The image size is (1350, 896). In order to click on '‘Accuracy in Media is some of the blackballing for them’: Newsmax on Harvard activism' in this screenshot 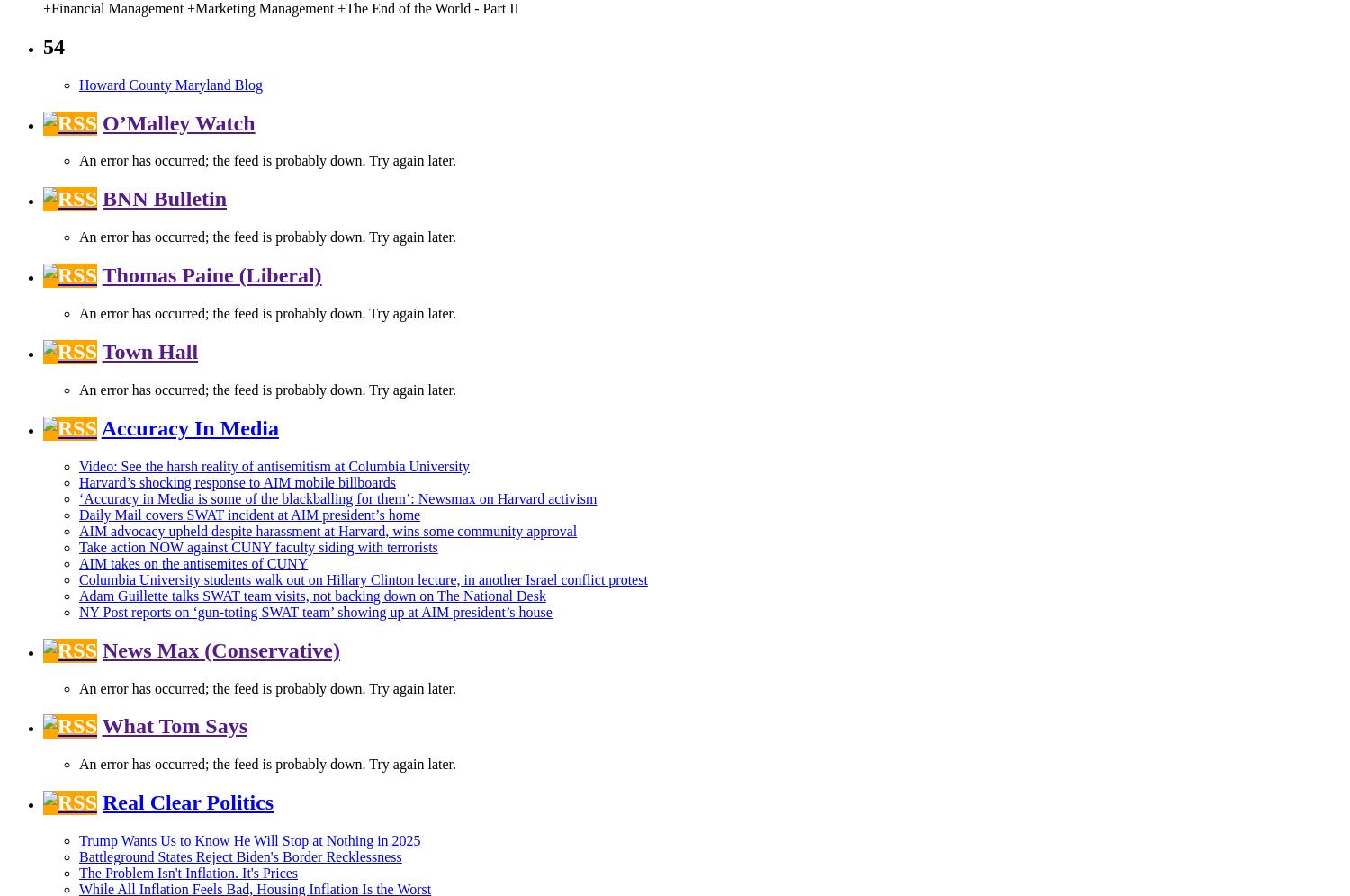, I will do `click(337, 497)`.